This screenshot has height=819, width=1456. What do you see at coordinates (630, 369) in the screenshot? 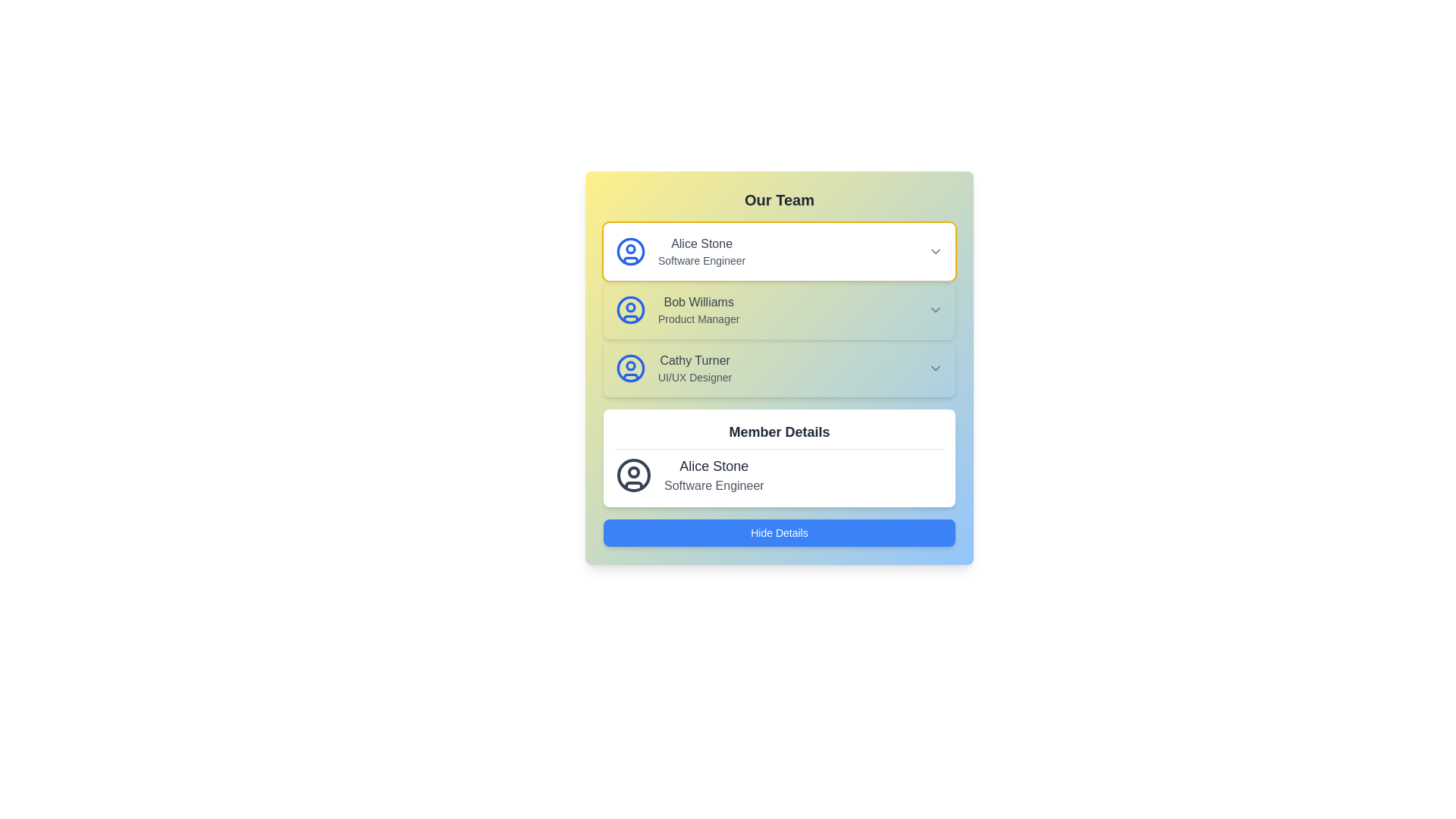
I see `the user icon located in the third row of the 'Our Team' section, aligned horizontally with 'Cathy Turner'` at bounding box center [630, 369].